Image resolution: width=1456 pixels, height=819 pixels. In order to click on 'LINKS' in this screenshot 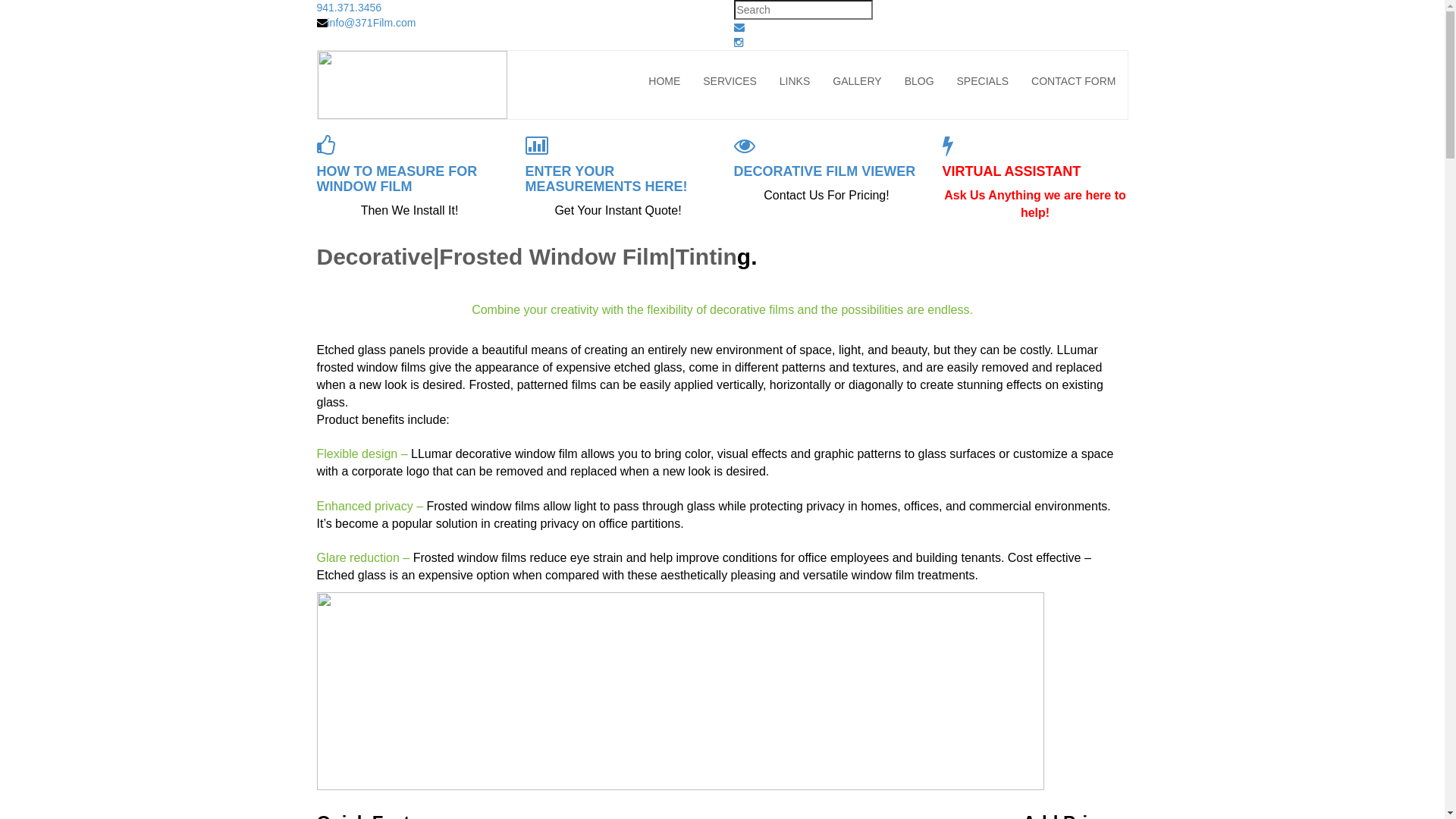, I will do `click(793, 81)`.